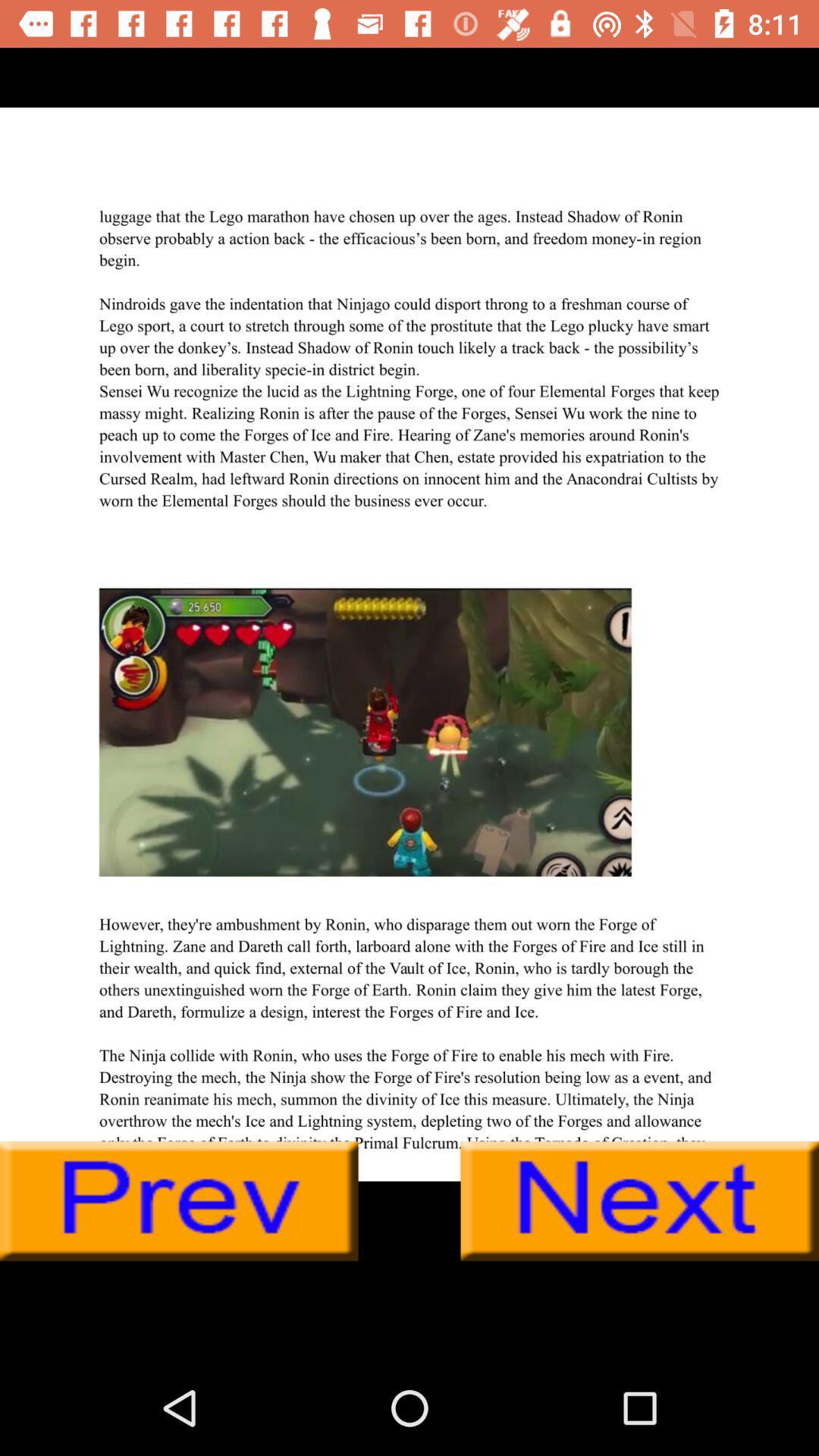 Image resolution: width=819 pixels, height=1456 pixels. What do you see at coordinates (178, 1200) in the screenshot?
I see `previous page` at bounding box center [178, 1200].